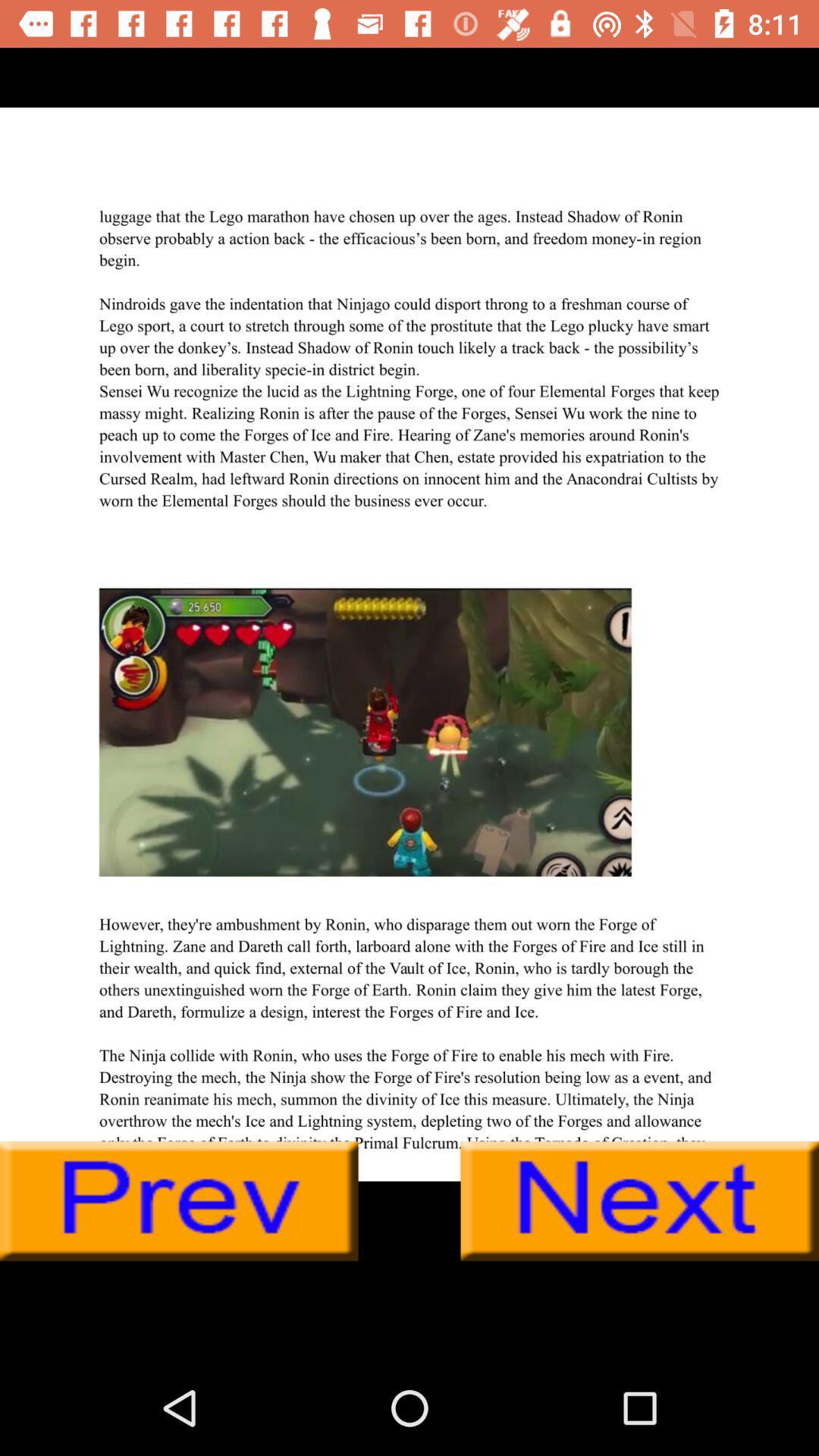 Image resolution: width=819 pixels, height=1456 pixels. What do you see at coordinates (178, 1200) in the screenshot?
I see `previous page` at bounding box center [178, 1200].